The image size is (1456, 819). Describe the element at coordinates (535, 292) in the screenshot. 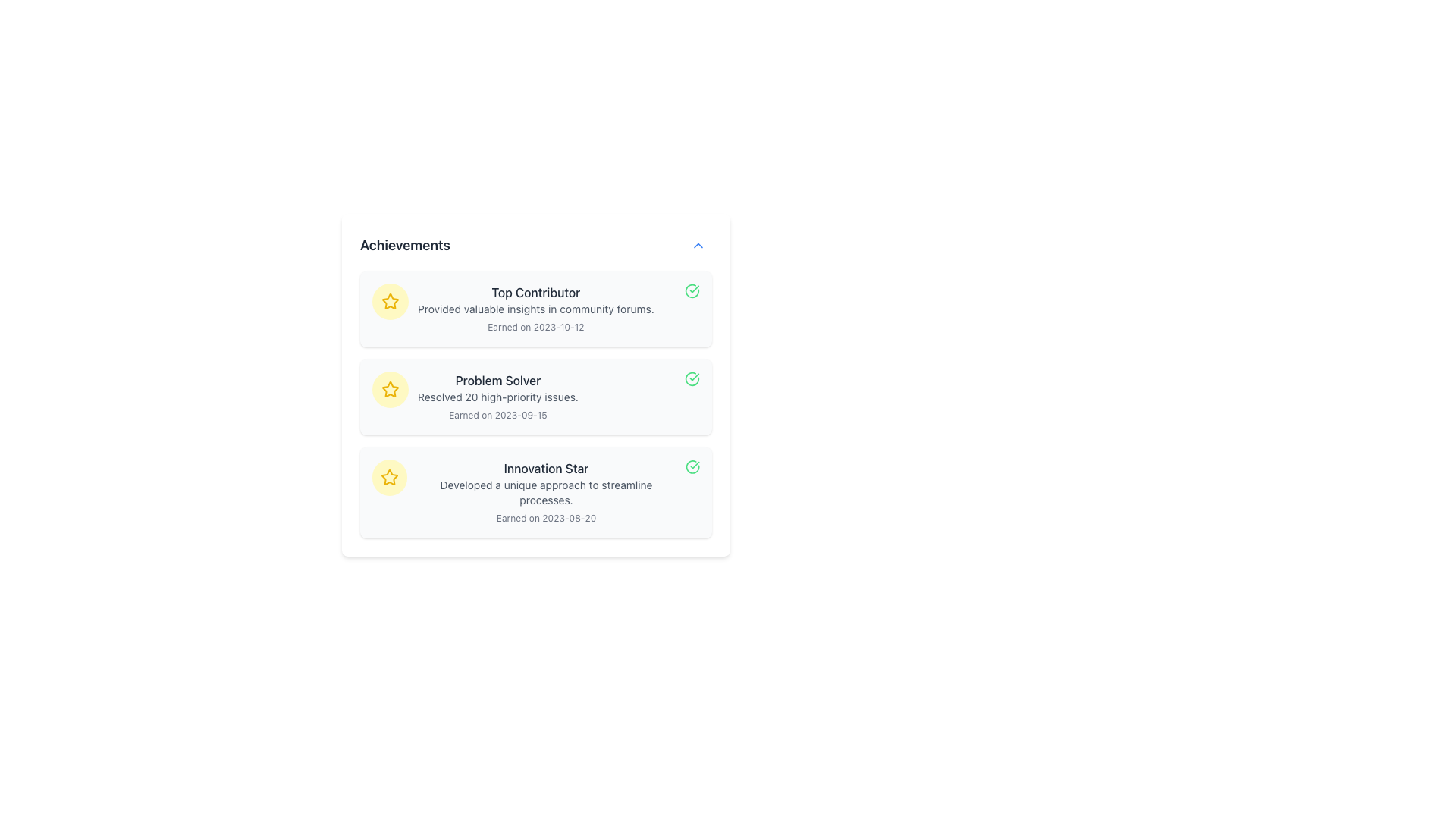

I see `text of the 'Top Contributor' label, which serves as a title for the achievement in the Achievements section` at that location.